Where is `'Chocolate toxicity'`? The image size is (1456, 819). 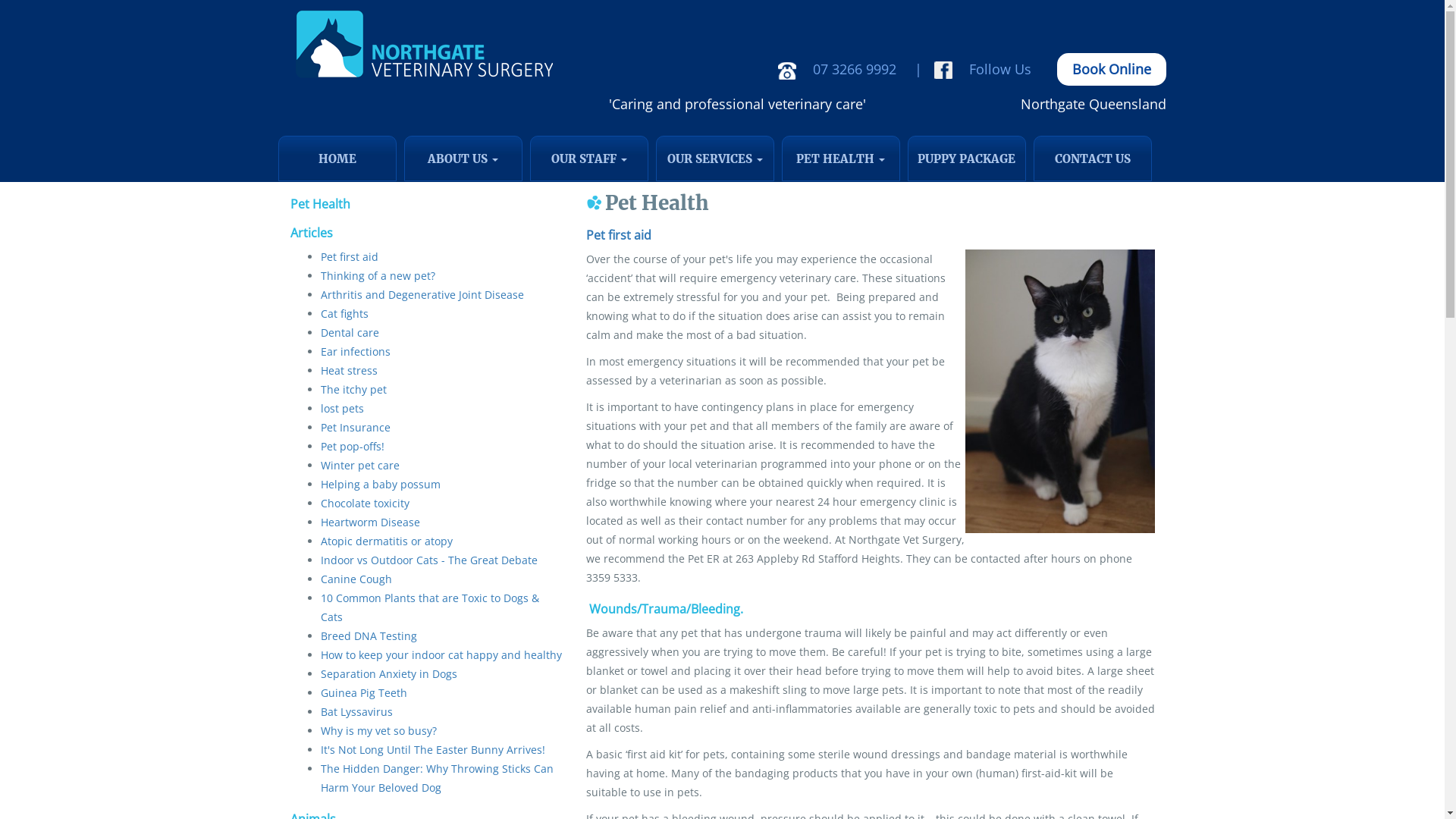
'Chocolate toxicity' is located at coordinates (364, 503).